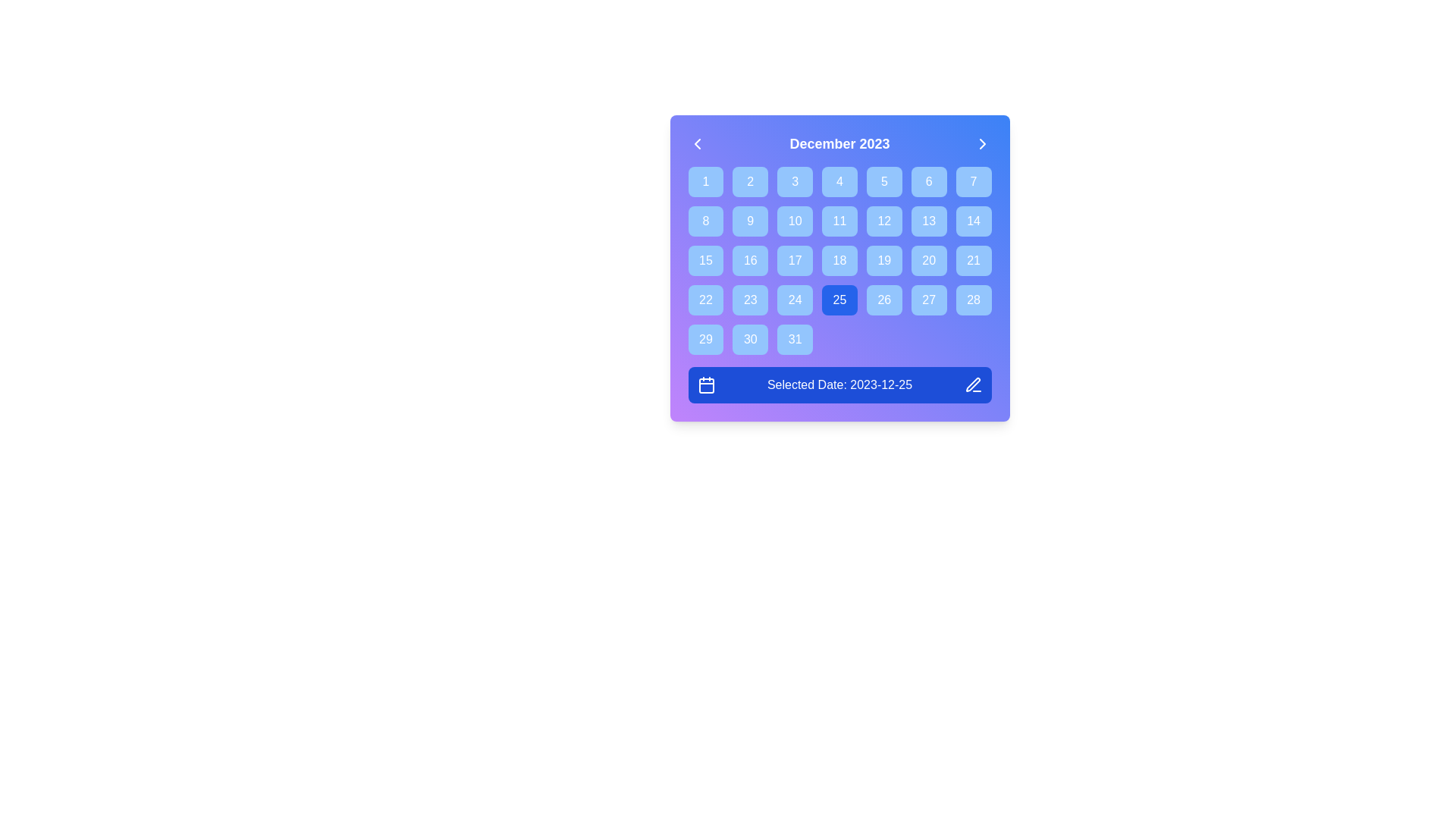 This screenshot has width=1456, height=819. I want to click on the left-pointing chevron icon in the header of the calendar component, so click(696, 143).